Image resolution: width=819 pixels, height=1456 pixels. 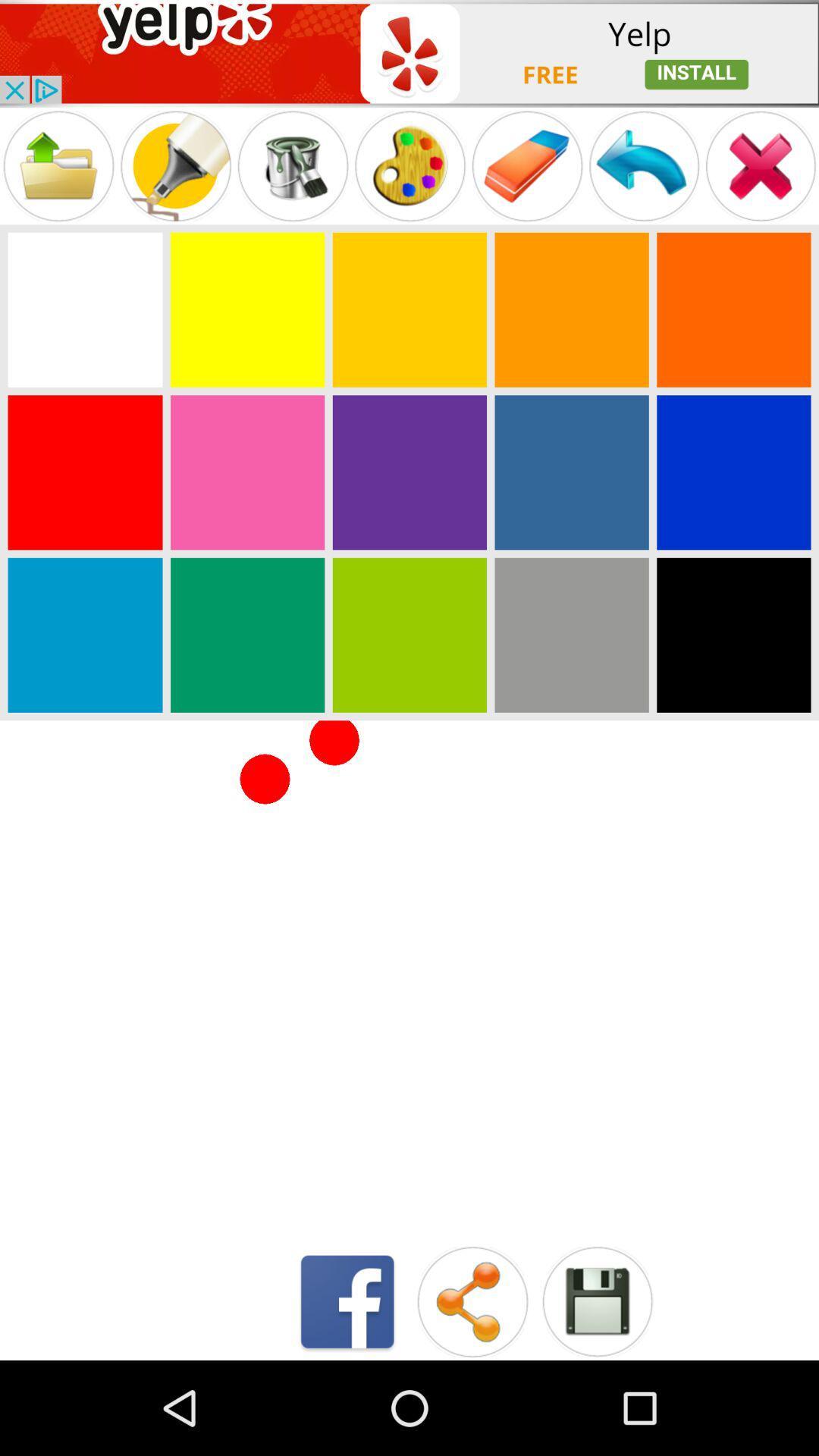 What do you see at coordinates (733, 309) in the screenshot?
I see `colours` at bounding box center [733, 309].